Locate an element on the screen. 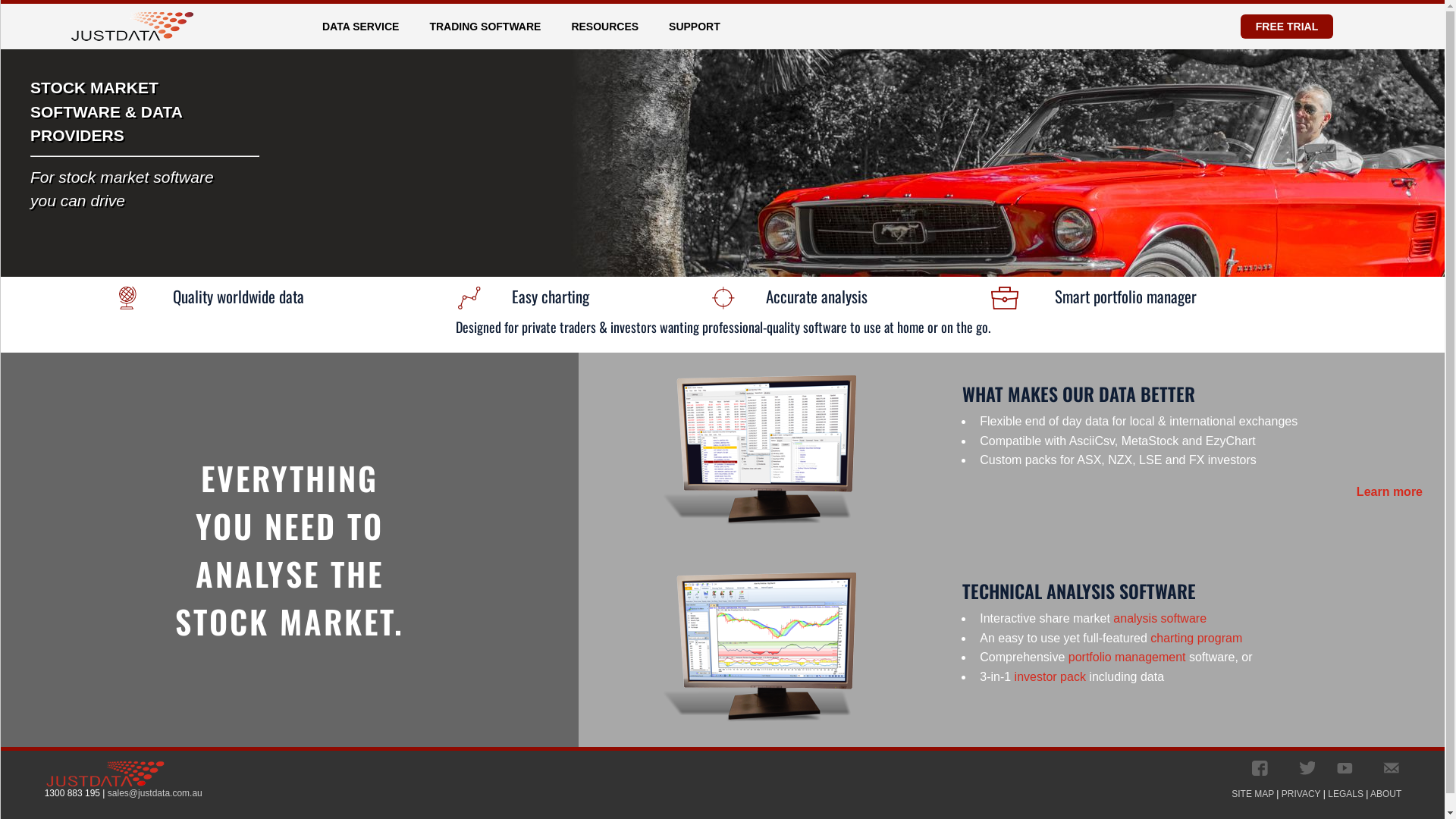 The image size is (1456, 819). 'investor pack' is located at coordinates (1050, 676).